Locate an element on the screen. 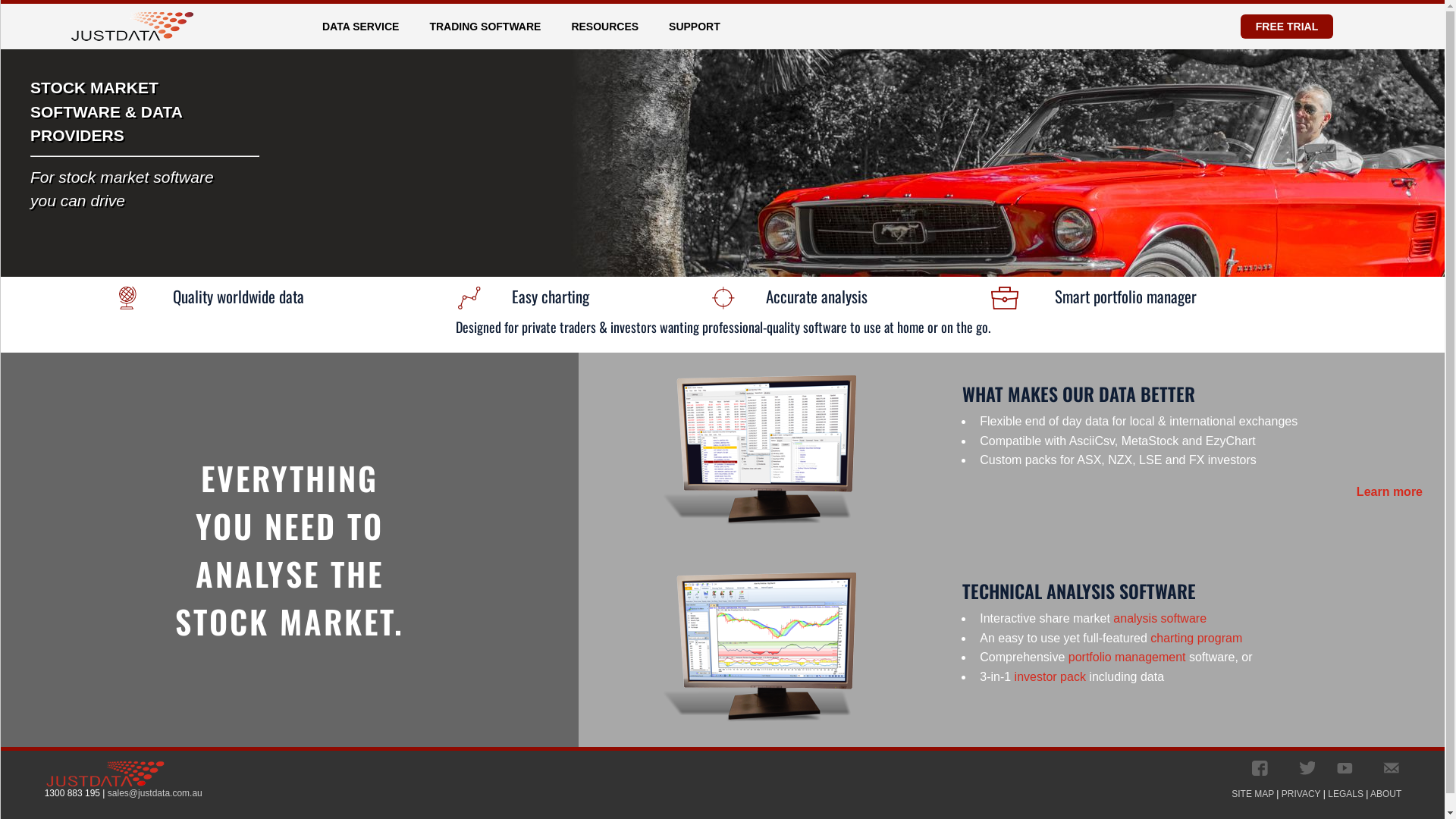 The image size is (1456, 819). 'investor pack' is located at coordinates (1050, 676).